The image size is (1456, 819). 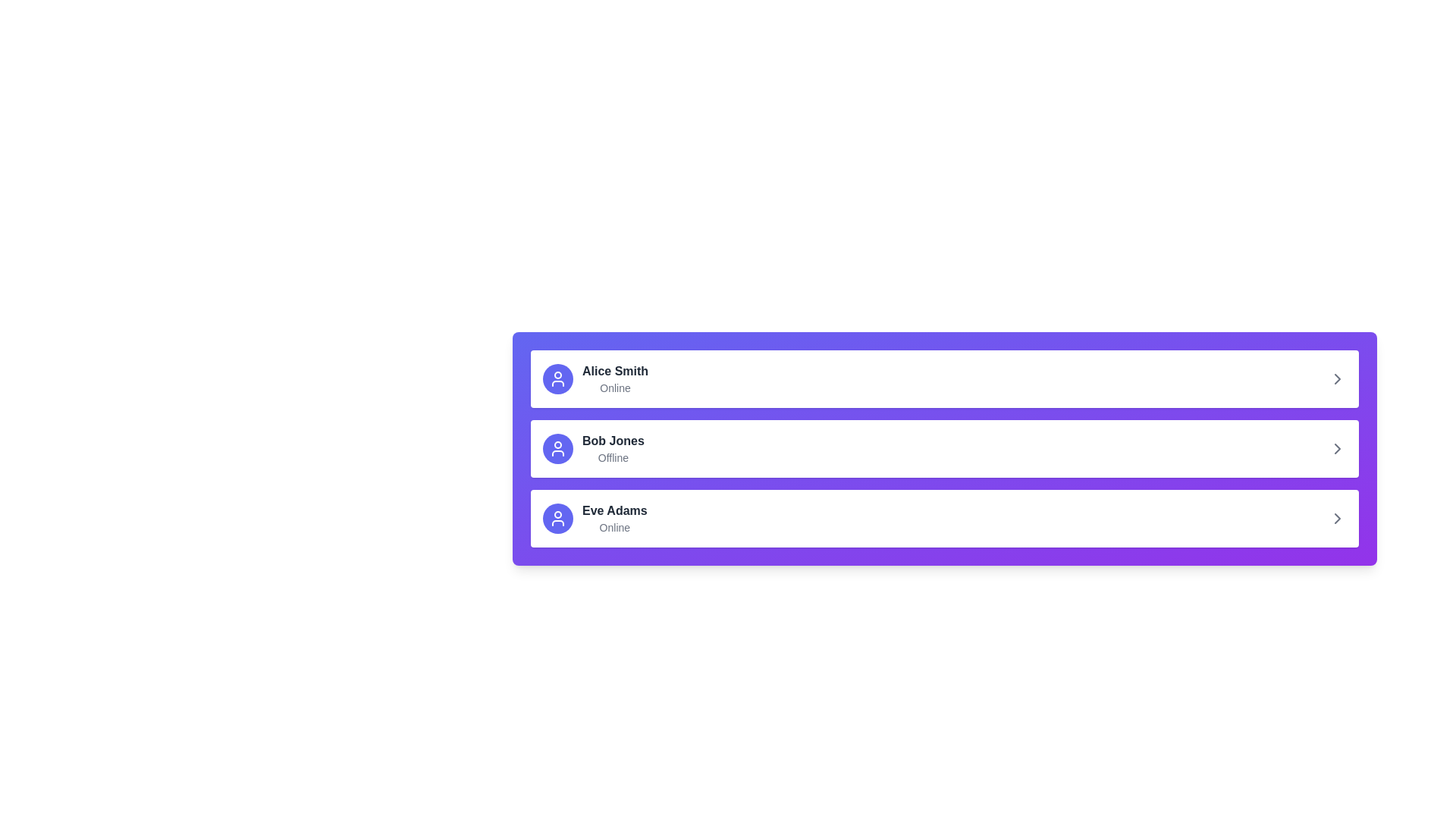 What do you see at coordinates (594, 517) in the screenshot?
I see `the third Profile list item featuring the avatar and text 'Eve Adams' and 'Online'` at bounding box center [594, 517].